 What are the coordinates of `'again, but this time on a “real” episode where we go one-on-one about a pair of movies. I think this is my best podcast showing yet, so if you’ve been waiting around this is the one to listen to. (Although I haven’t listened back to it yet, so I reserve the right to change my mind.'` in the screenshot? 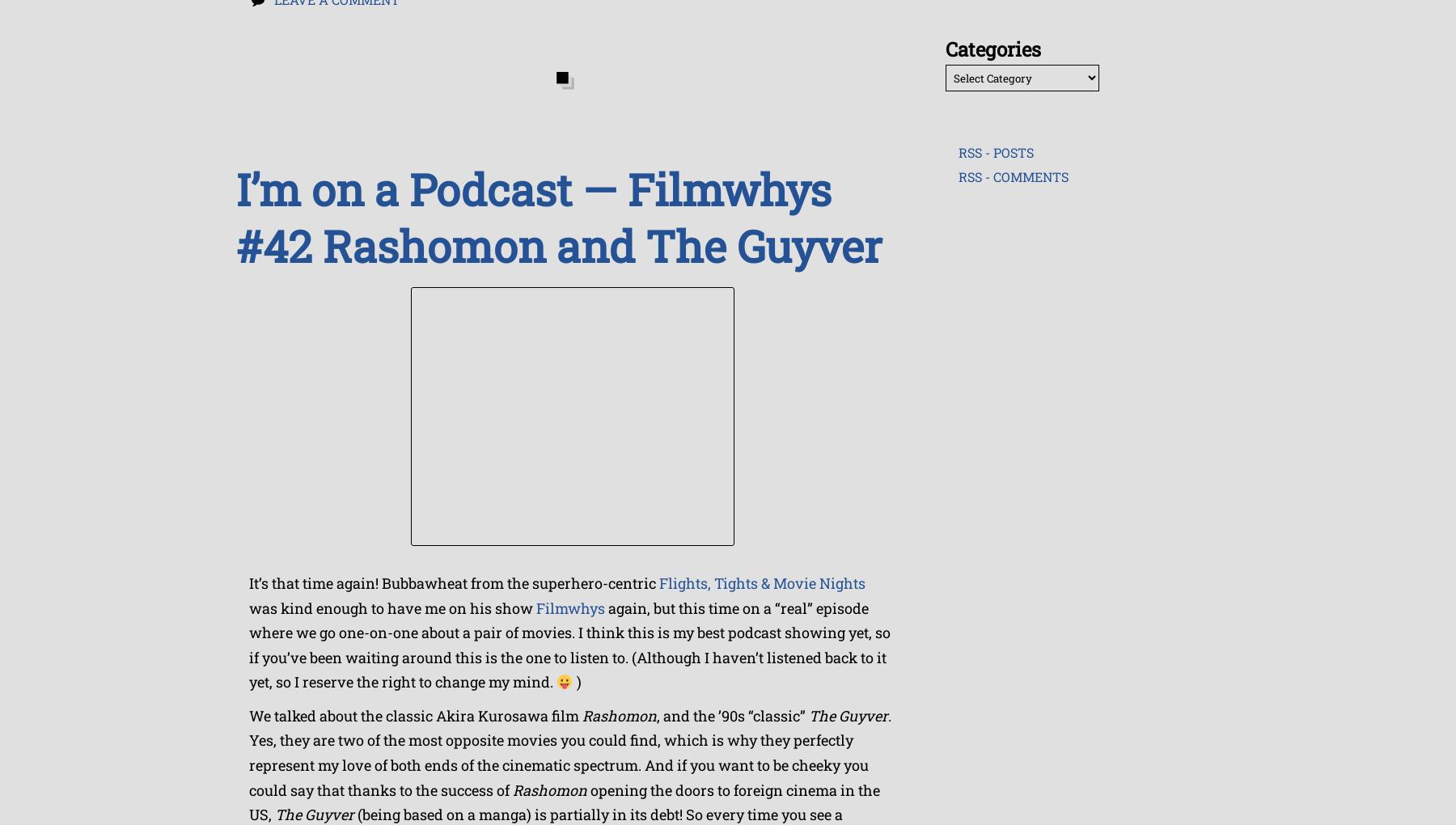 It's located at (569, 644).